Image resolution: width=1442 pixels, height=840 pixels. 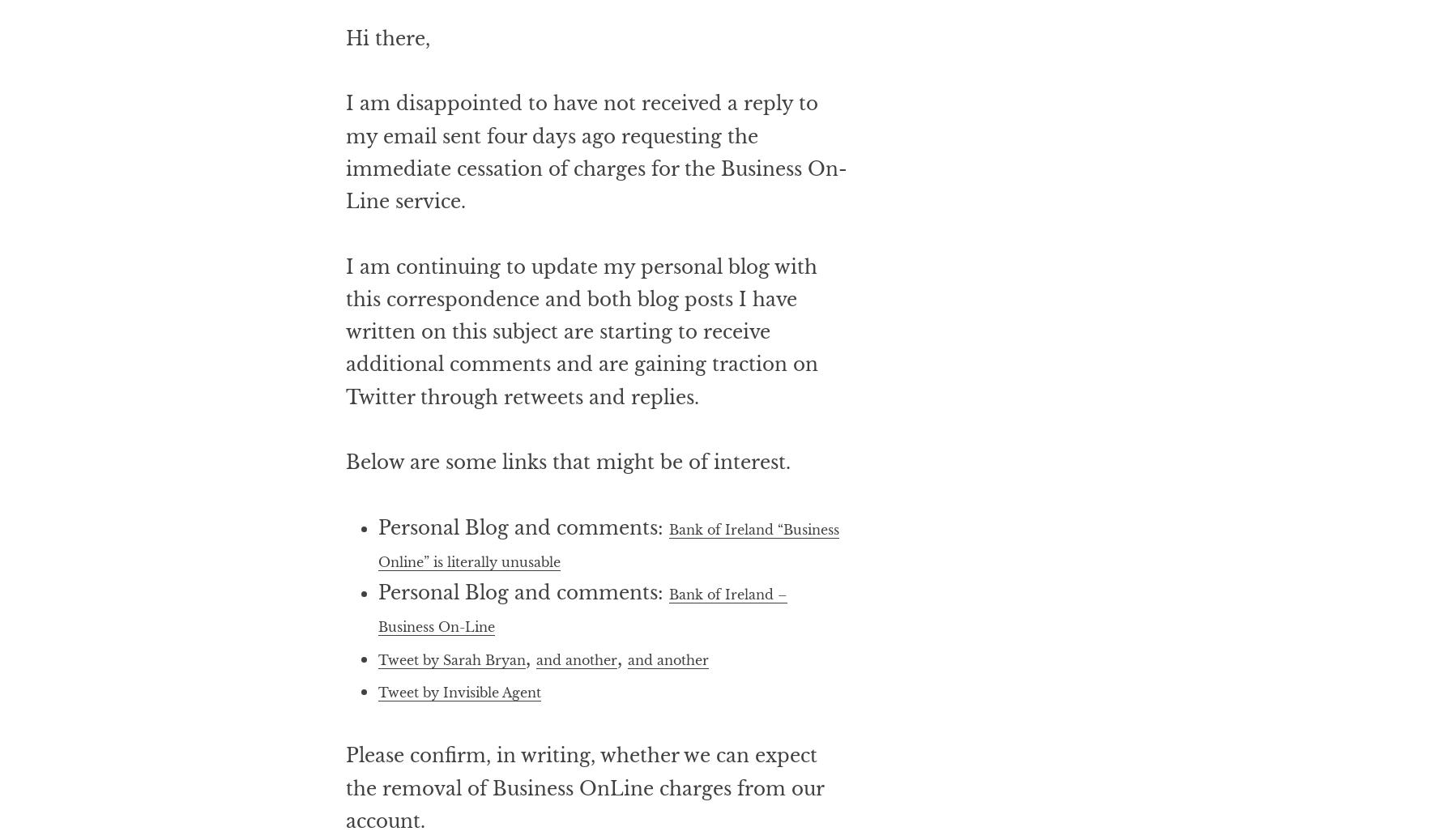 I want to click on 'I am continuing to update my personal blog with this correspondence and both blog posts I have written on this subject are starting to receive additional comments and are gaining traction on Twitter through retweets and replies.', so click(x=580, y=396).